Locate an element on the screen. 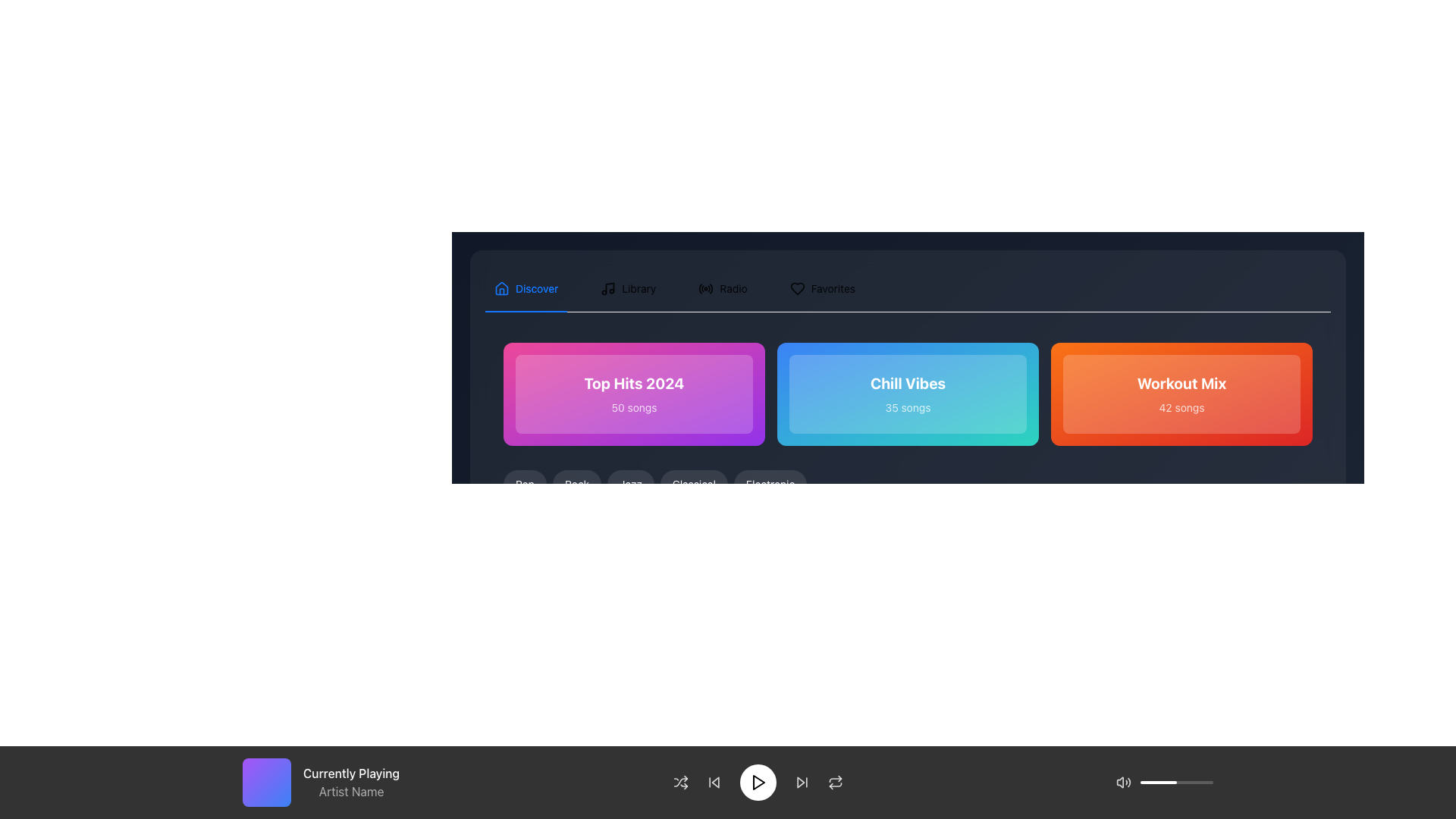  the heart-shaped 'Favorite' icon is located at coordinates (796, 289).